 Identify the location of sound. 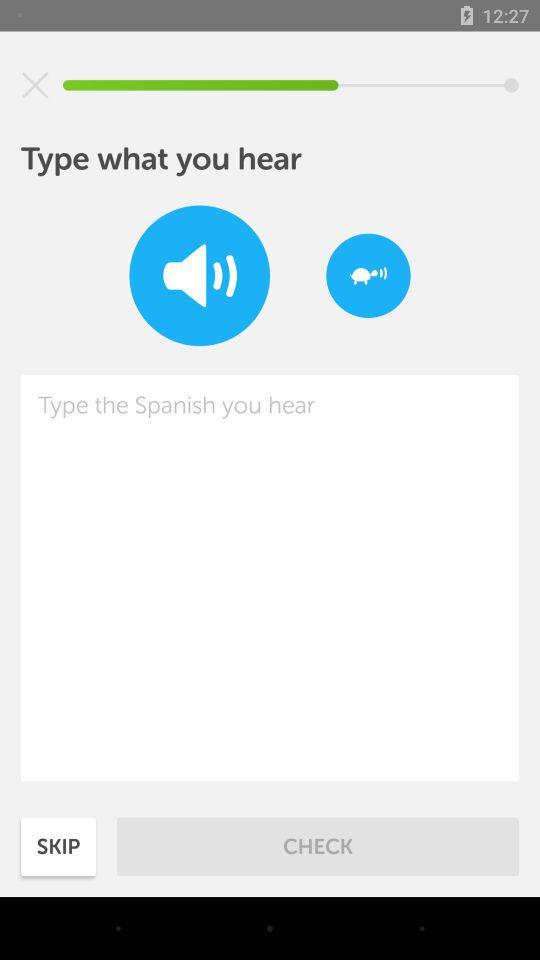
(199, 274).